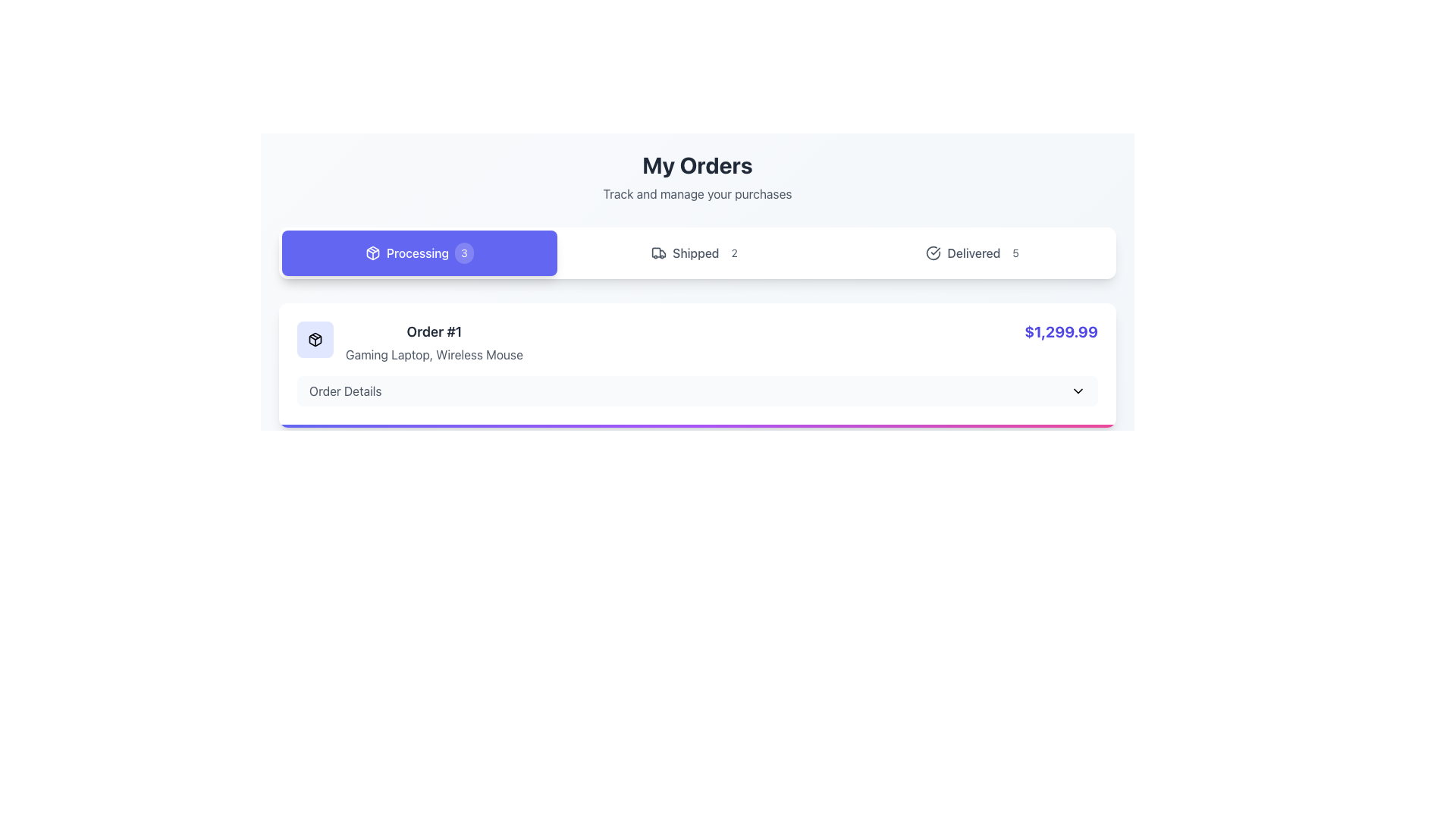  What do you see at coordinates (734, 253) in the screenshot?
I see `displayed count on the Badge/Label indicating the number of shipped items located to the right of the 'Shipped' text` at bounding box center [734, 253].